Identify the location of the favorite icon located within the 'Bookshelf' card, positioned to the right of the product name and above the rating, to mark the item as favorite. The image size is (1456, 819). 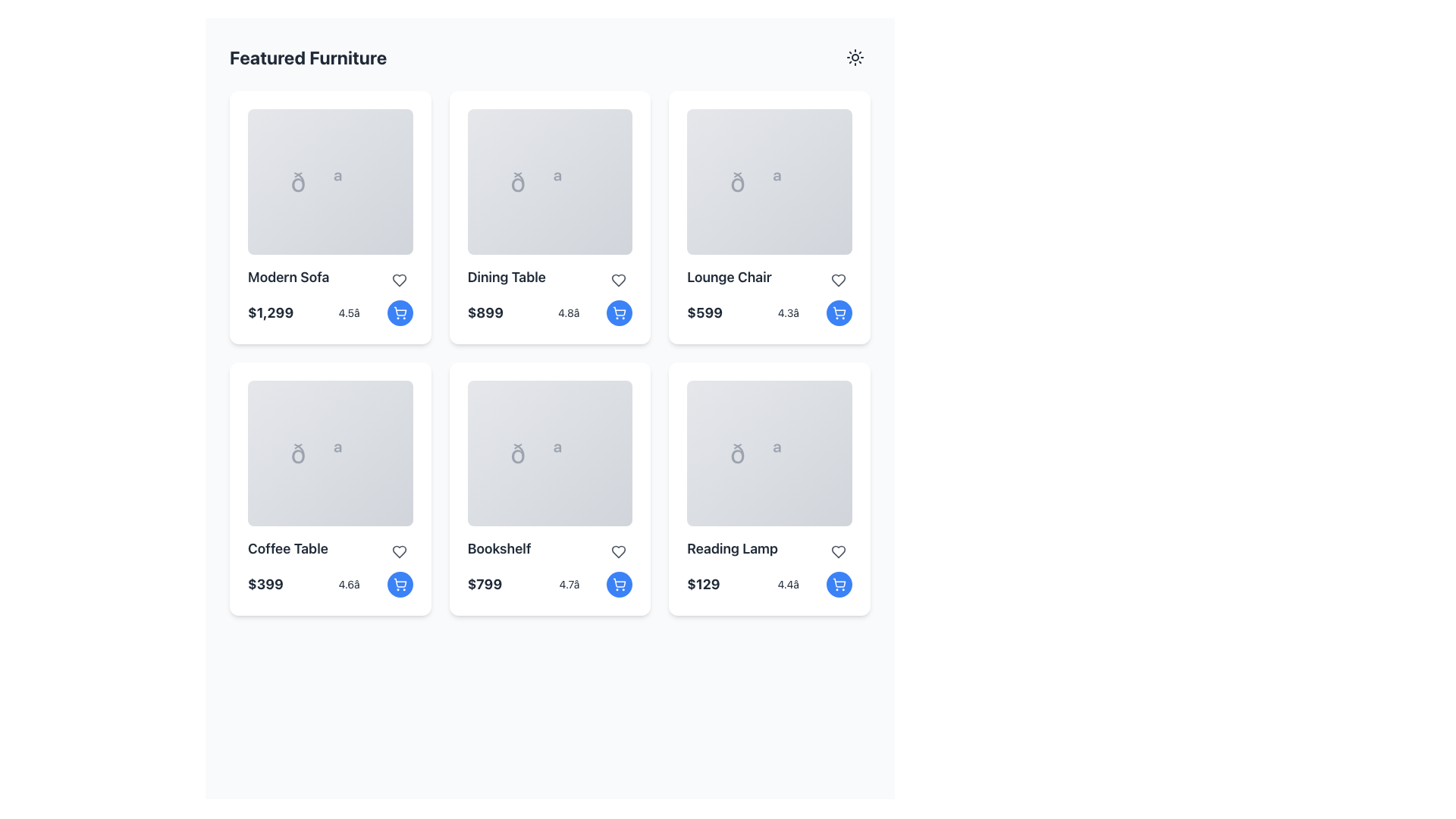
(619, 552).